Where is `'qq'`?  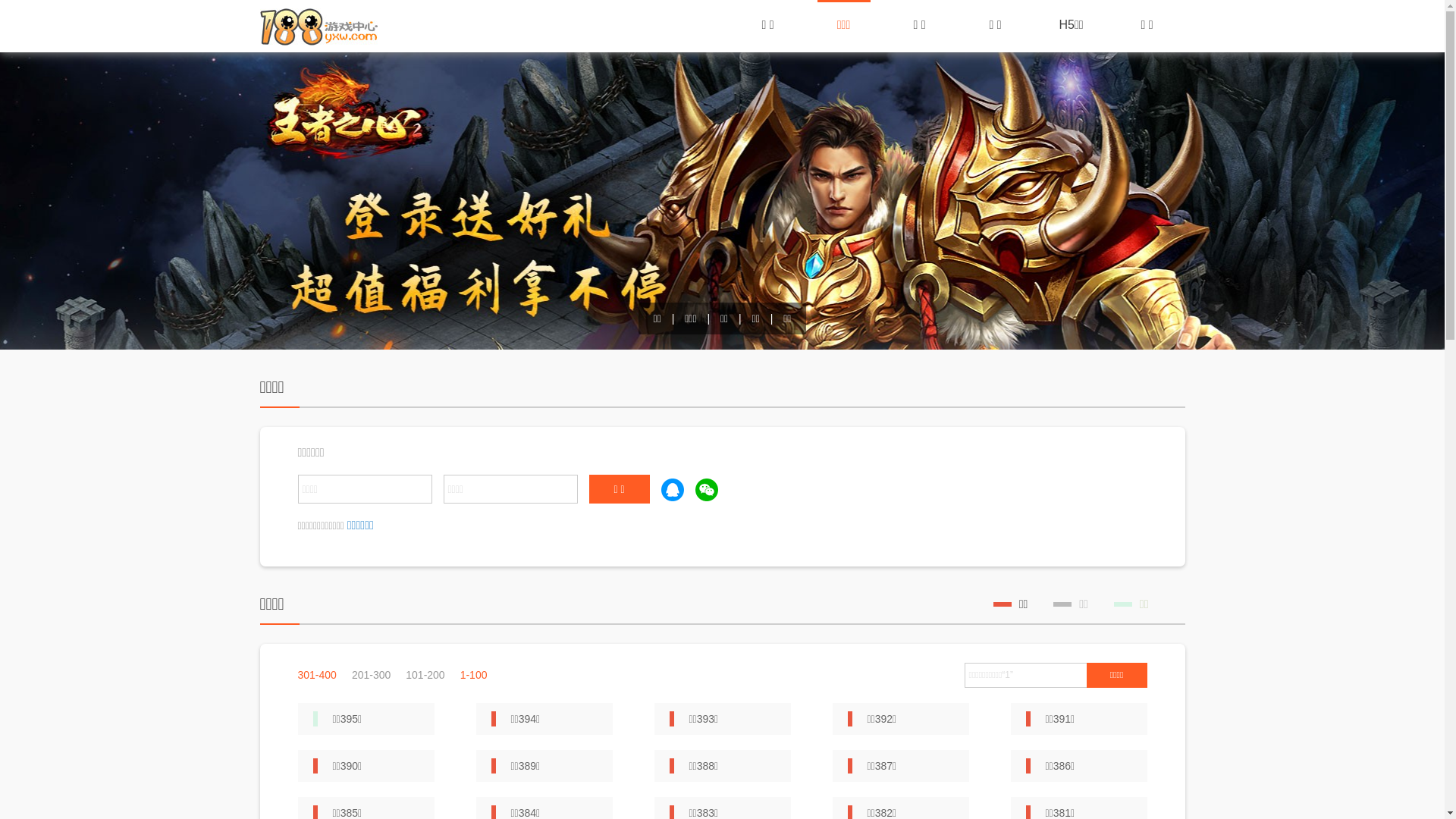
'qq' is located at coordinates (672, 489).